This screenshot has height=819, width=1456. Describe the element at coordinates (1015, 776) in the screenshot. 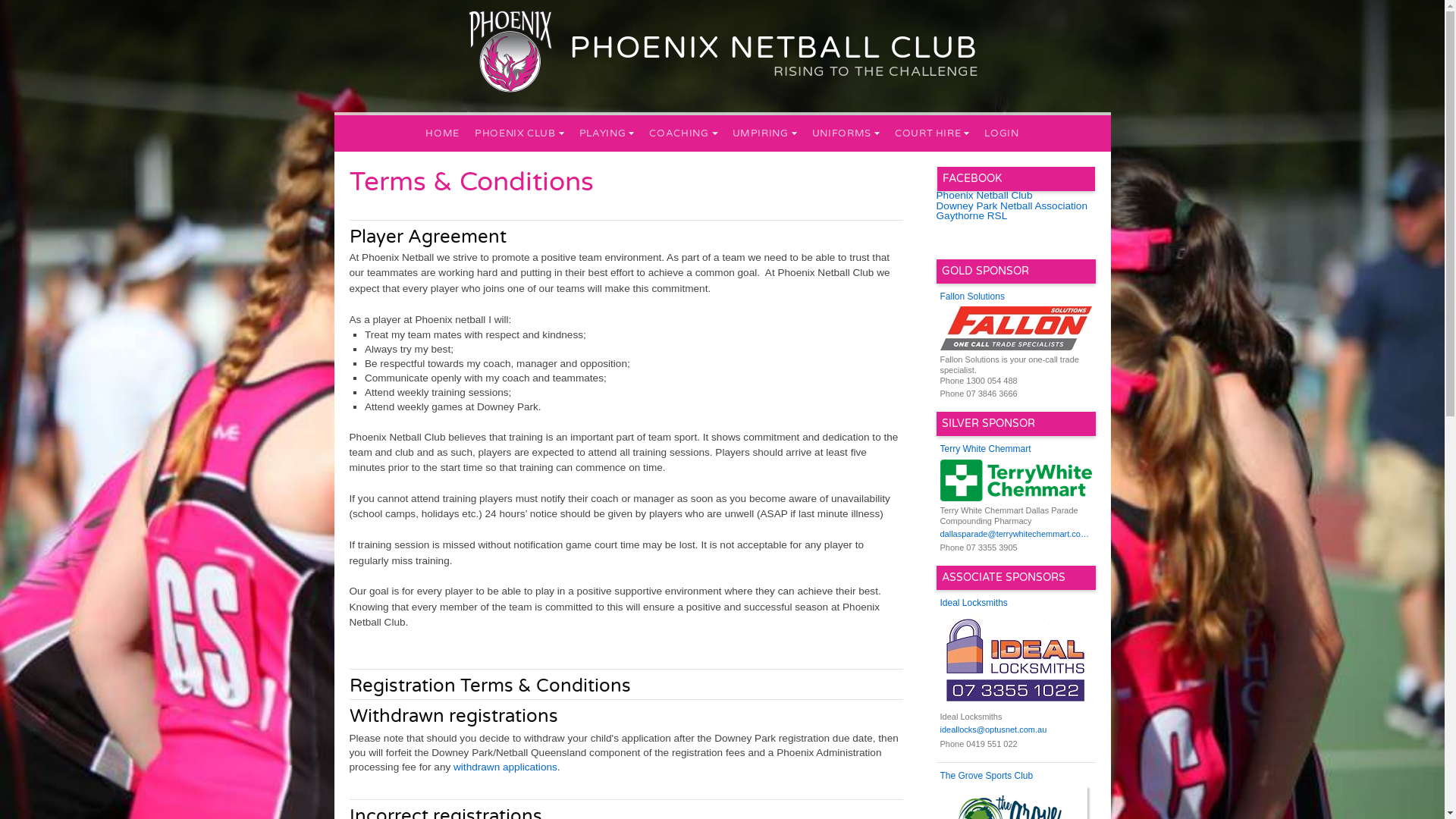

I see `'The Grove Sports Club'` at that location.